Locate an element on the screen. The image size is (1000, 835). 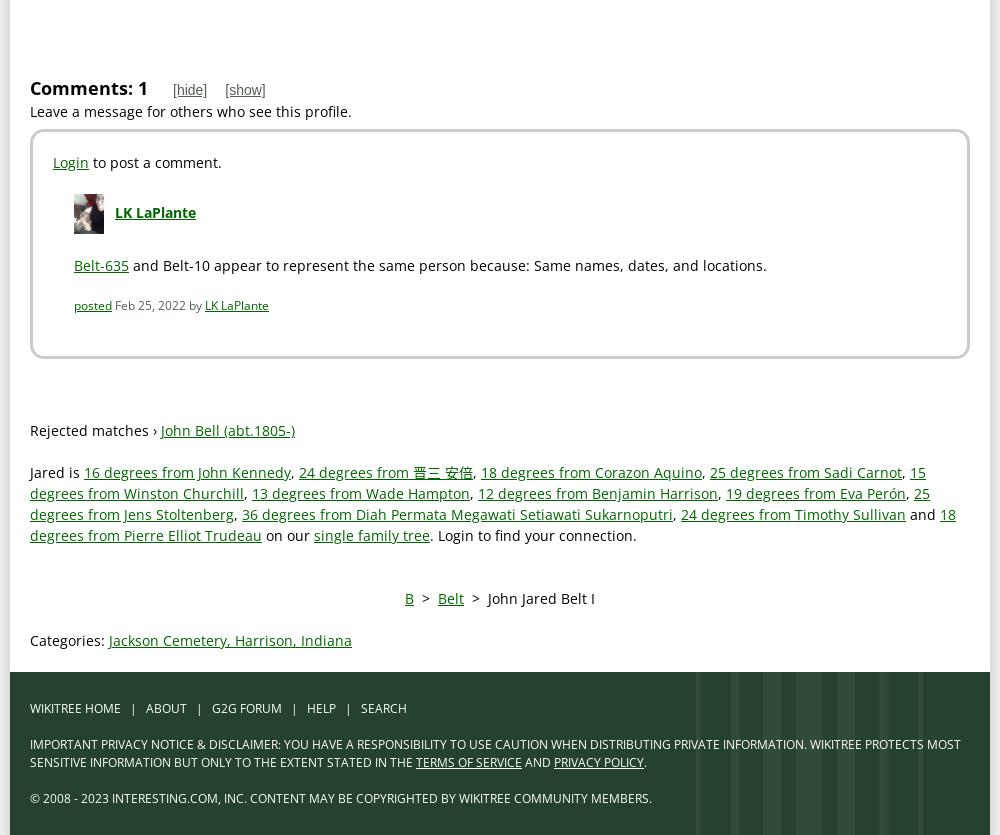
'by' is located at coordinates (194, 304).